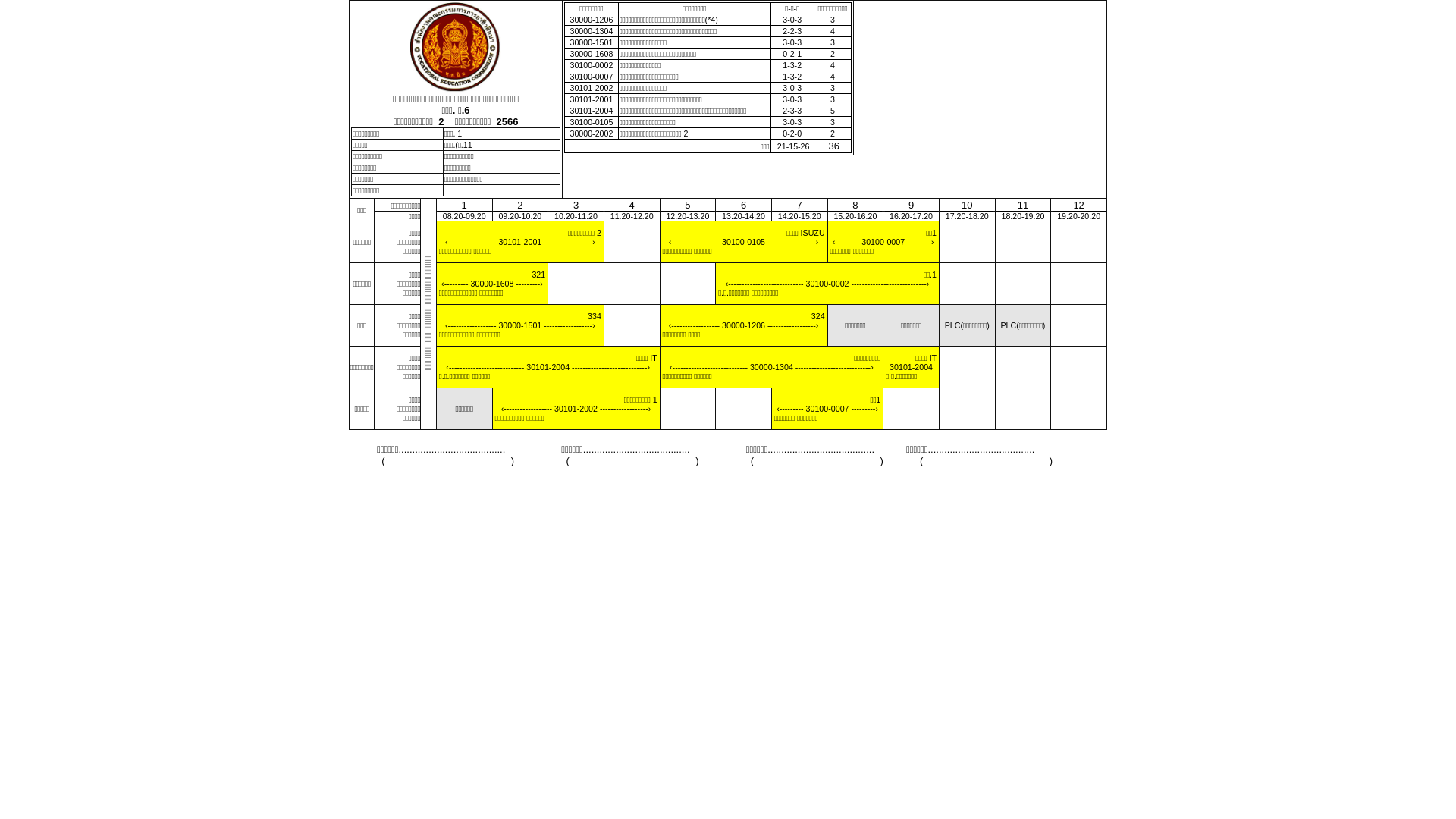 The width and height of the screenshot is (1456, 819). What do you see at coordinates (791, 52) in the screenshot?
I see `'0-2-1'` at bounding box center [791, 52].